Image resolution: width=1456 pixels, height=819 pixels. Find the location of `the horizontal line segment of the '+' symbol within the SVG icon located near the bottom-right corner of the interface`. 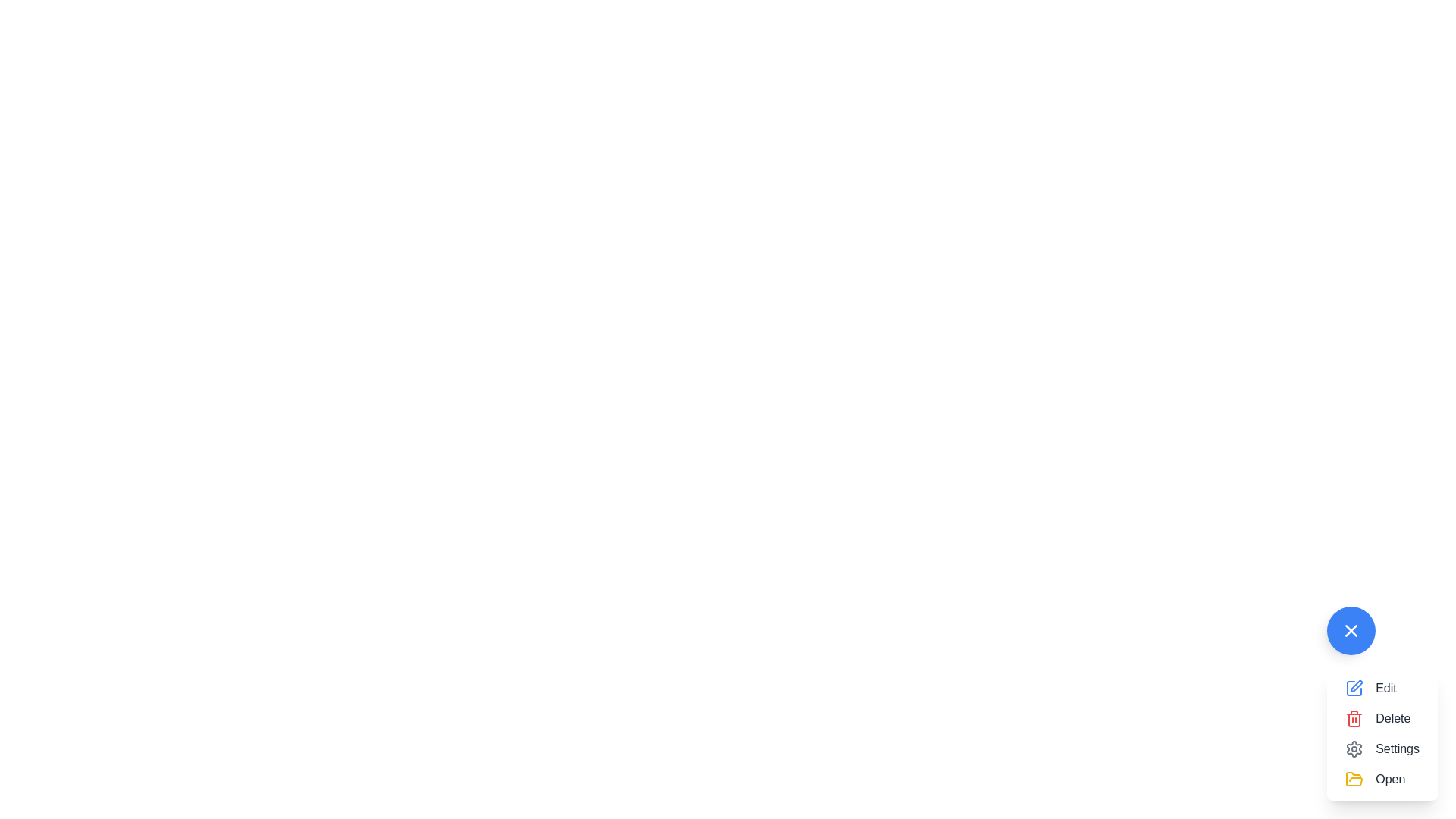

the horizontal line segment of the '+' symbol within the SVG icon located near the bottom-right corner of the interface is located at coordinates (1351, 631).